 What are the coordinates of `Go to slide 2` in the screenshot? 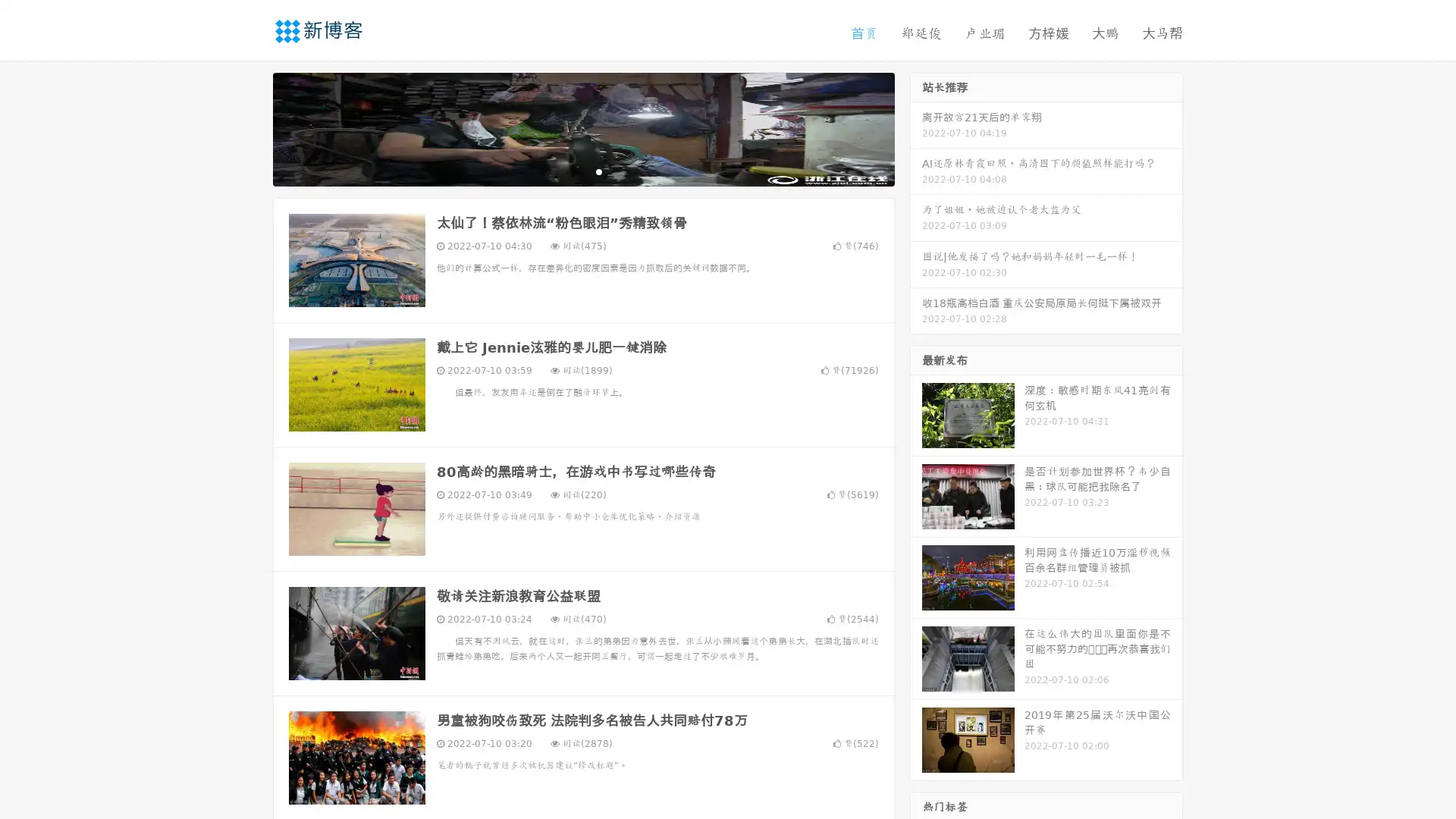 It's located at (582, 171).